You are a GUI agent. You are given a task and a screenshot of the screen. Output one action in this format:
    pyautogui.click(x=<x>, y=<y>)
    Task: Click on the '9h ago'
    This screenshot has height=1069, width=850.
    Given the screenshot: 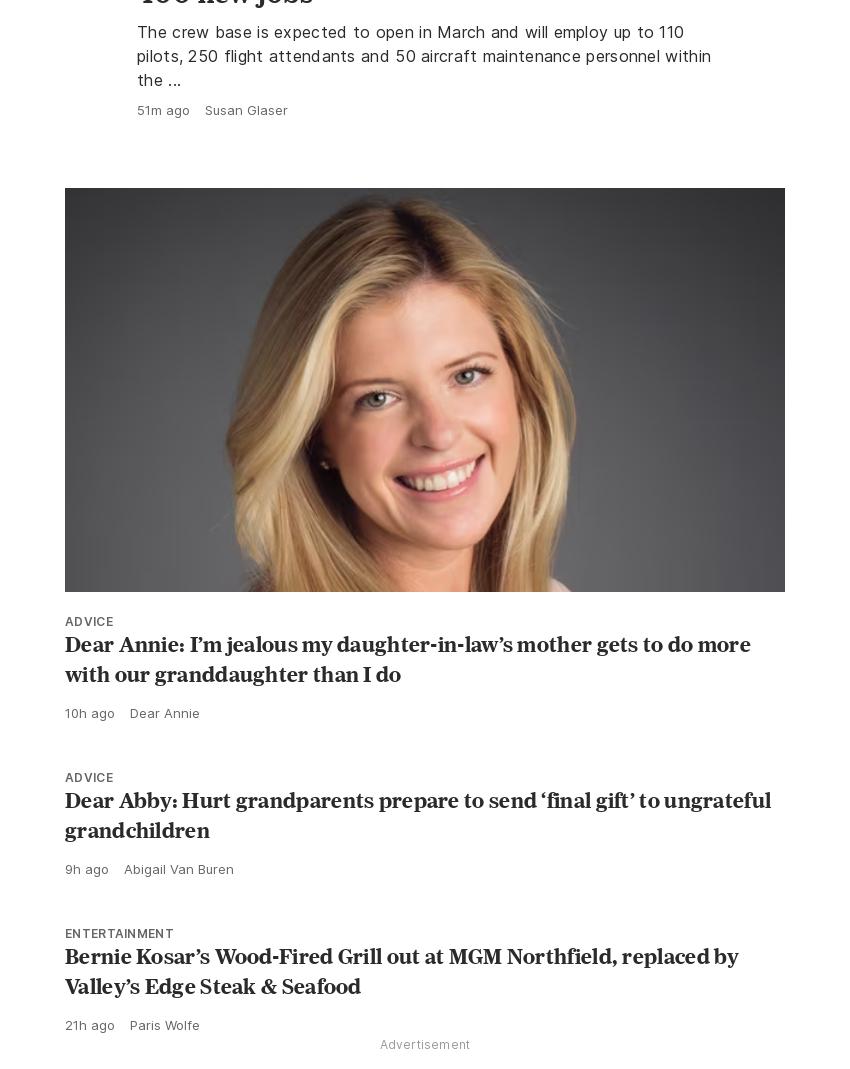 What is the action you would take?
    pyautogui.click(x=86, y=912)
    